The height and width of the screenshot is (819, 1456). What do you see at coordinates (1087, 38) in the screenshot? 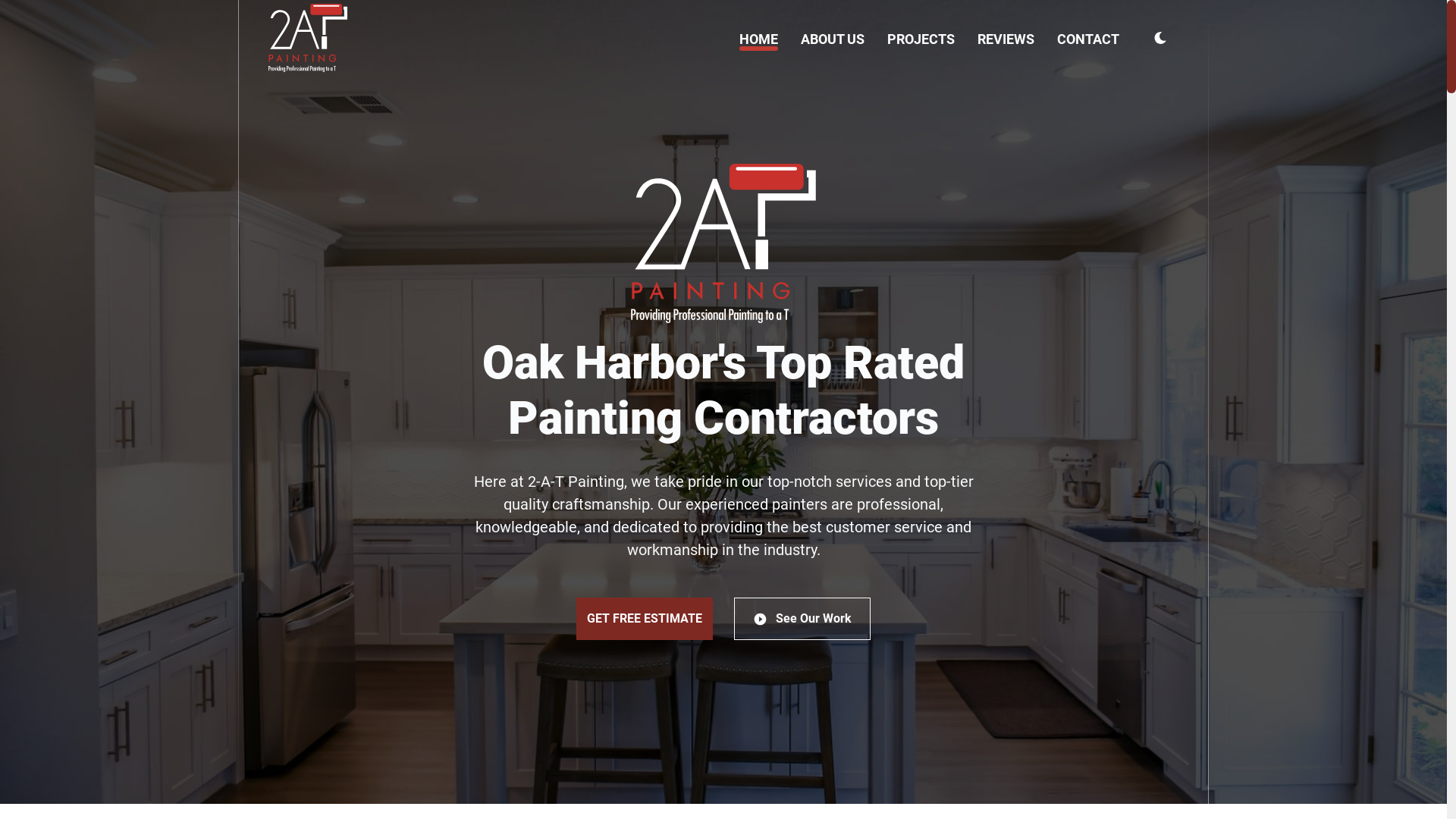
I see `'CONTACT'` at bounding box center [1087, 38].